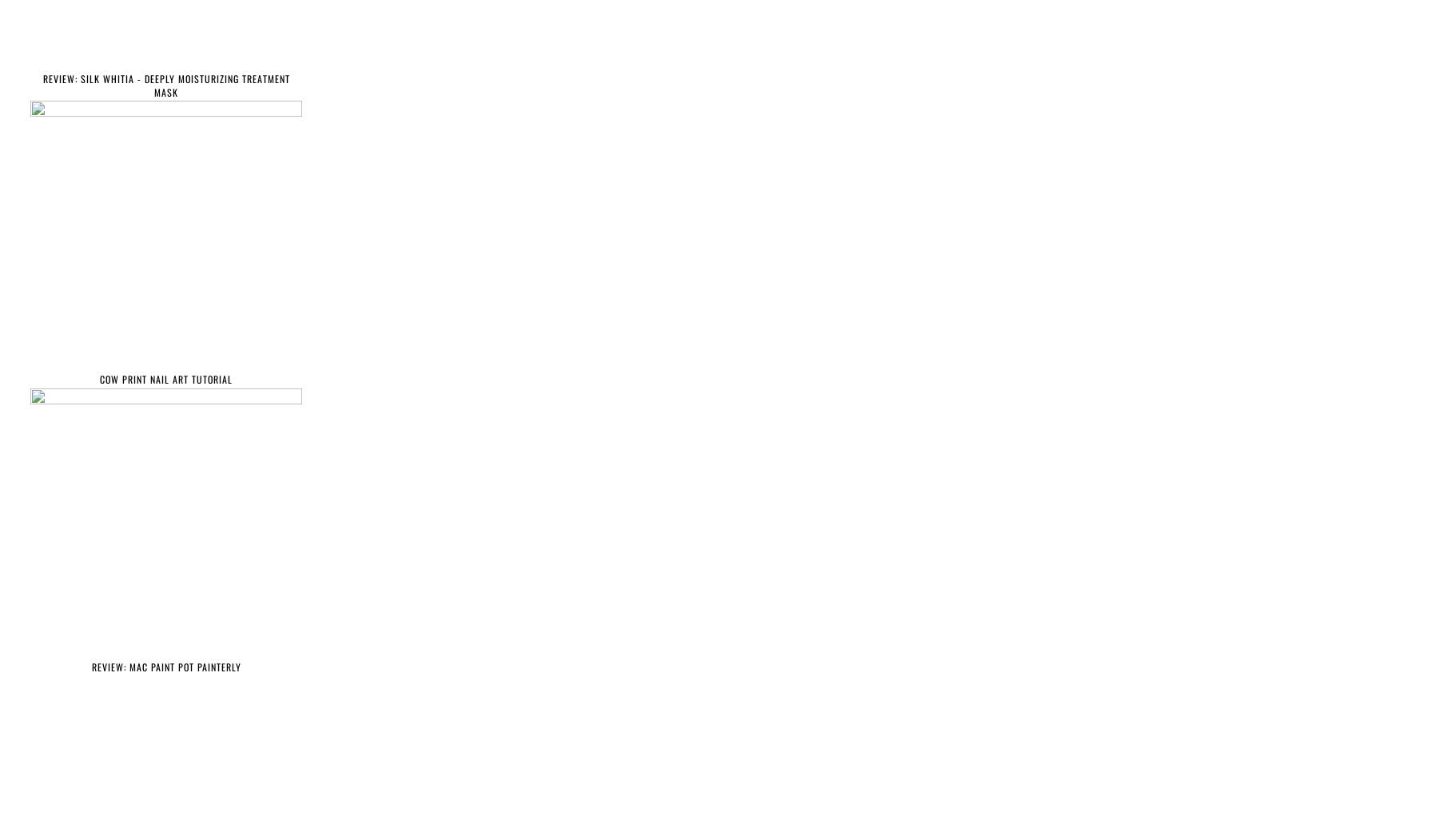 The height and width of the screenshot is (840, 1445). Describe the element at coordinates (165, 819) in the screenshot. I see `'MAKE UP REVIEWS'` at that location.